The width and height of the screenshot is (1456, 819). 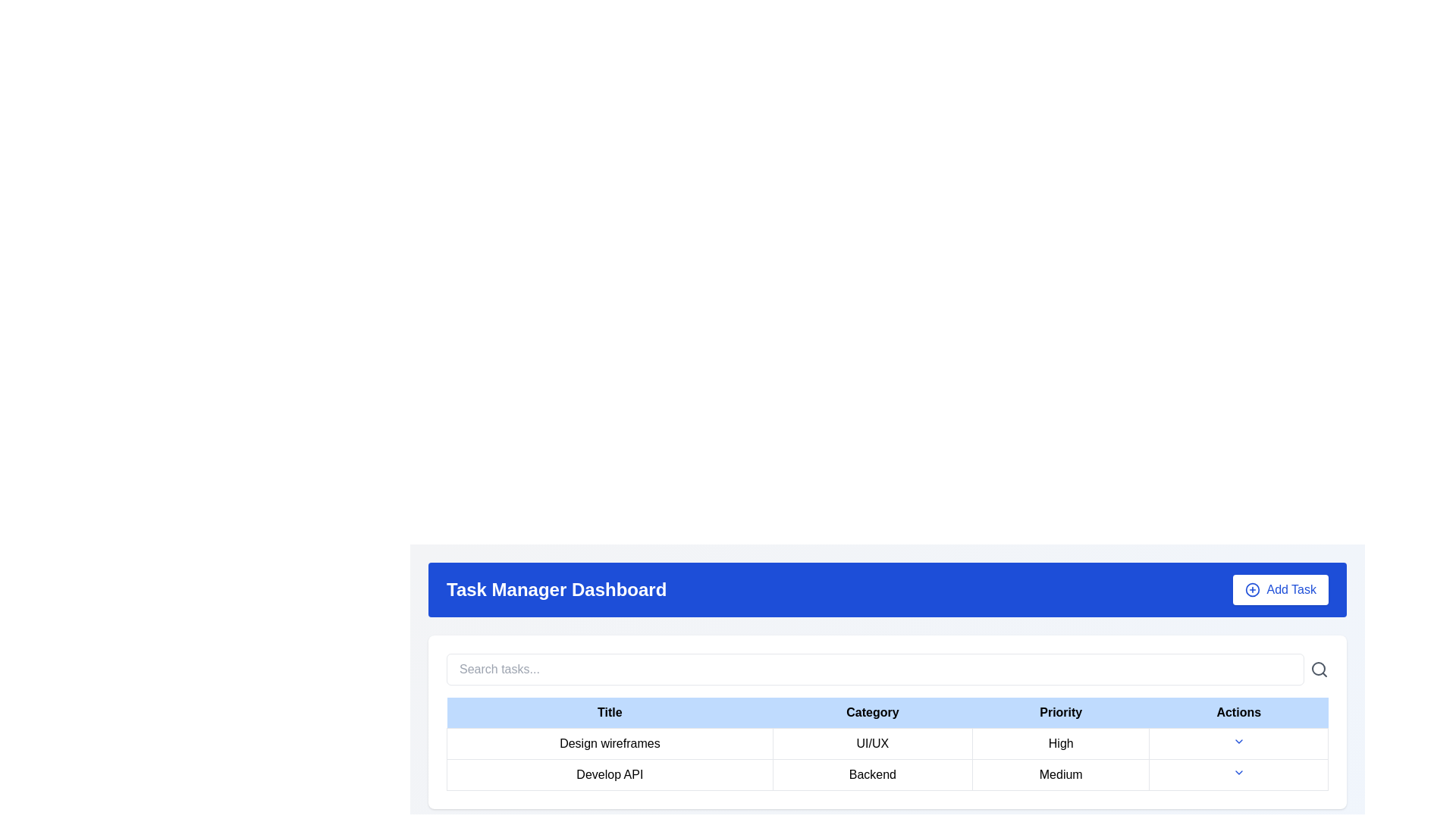 I want to click on the 'Title' column header cell in the table to trigger additional styling effects, so click(x=610, y=713).